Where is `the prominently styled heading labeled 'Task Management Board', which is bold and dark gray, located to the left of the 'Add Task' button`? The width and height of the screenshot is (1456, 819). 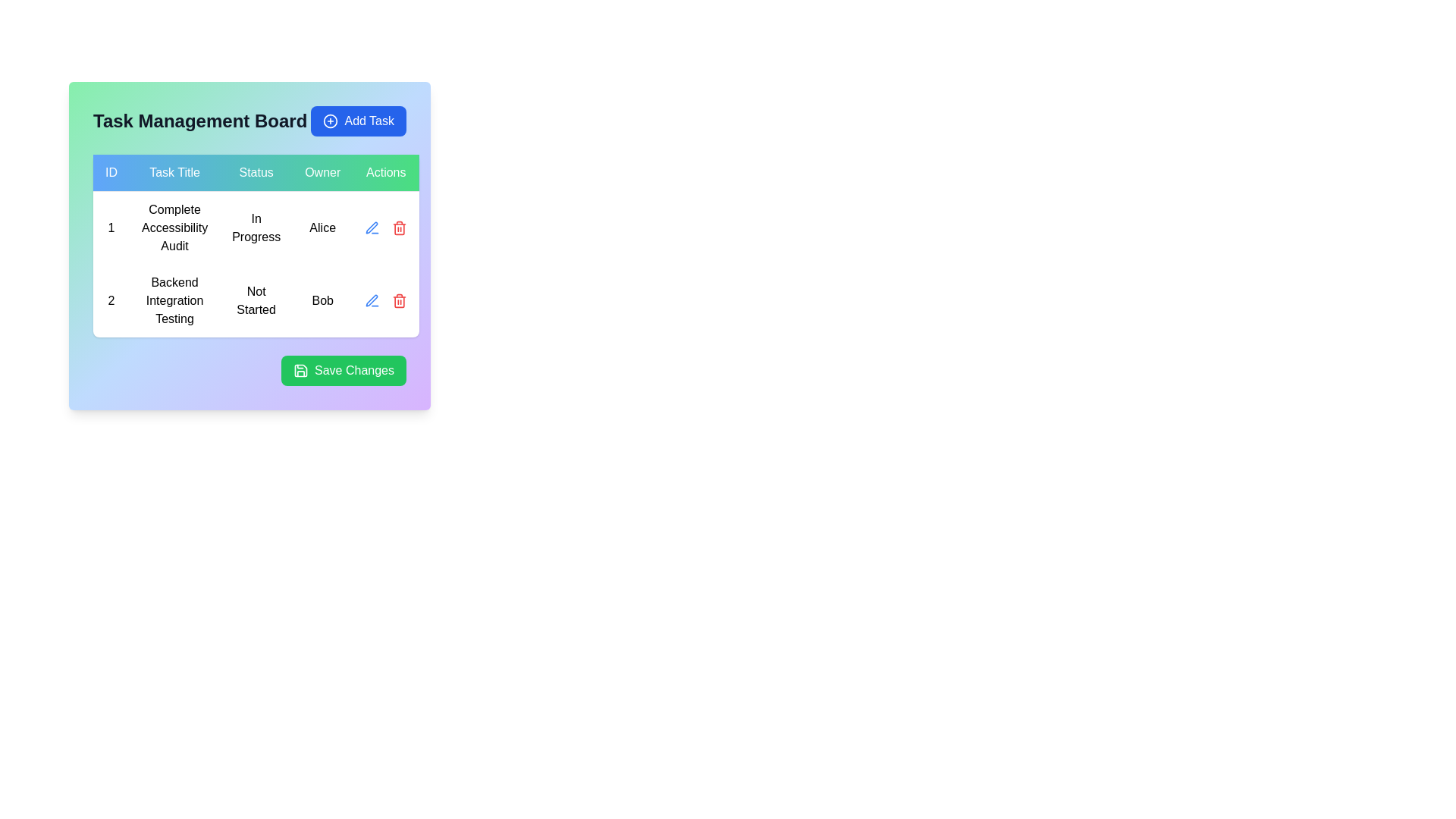 the prominently styled heading labeled 'Task Management Board', which is bold and dark gray, located to the left of the 'Add Task' button is located at coordinates (199, 120).